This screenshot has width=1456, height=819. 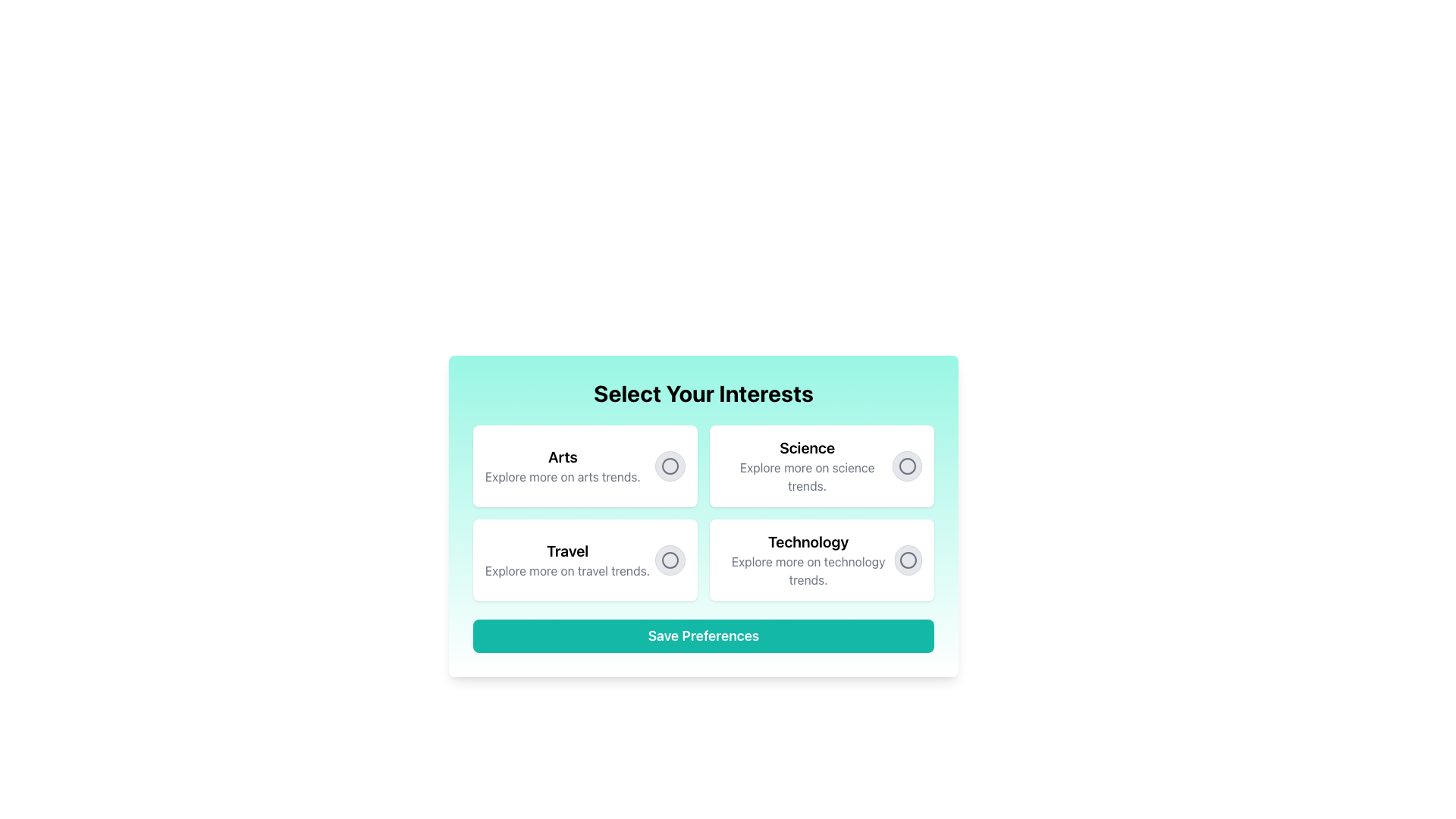 I want to click on the 'Travel' selectable card which features bold text and a smaller gray text description, located in the second row, first column of the grid, so click(x=566, y=560).